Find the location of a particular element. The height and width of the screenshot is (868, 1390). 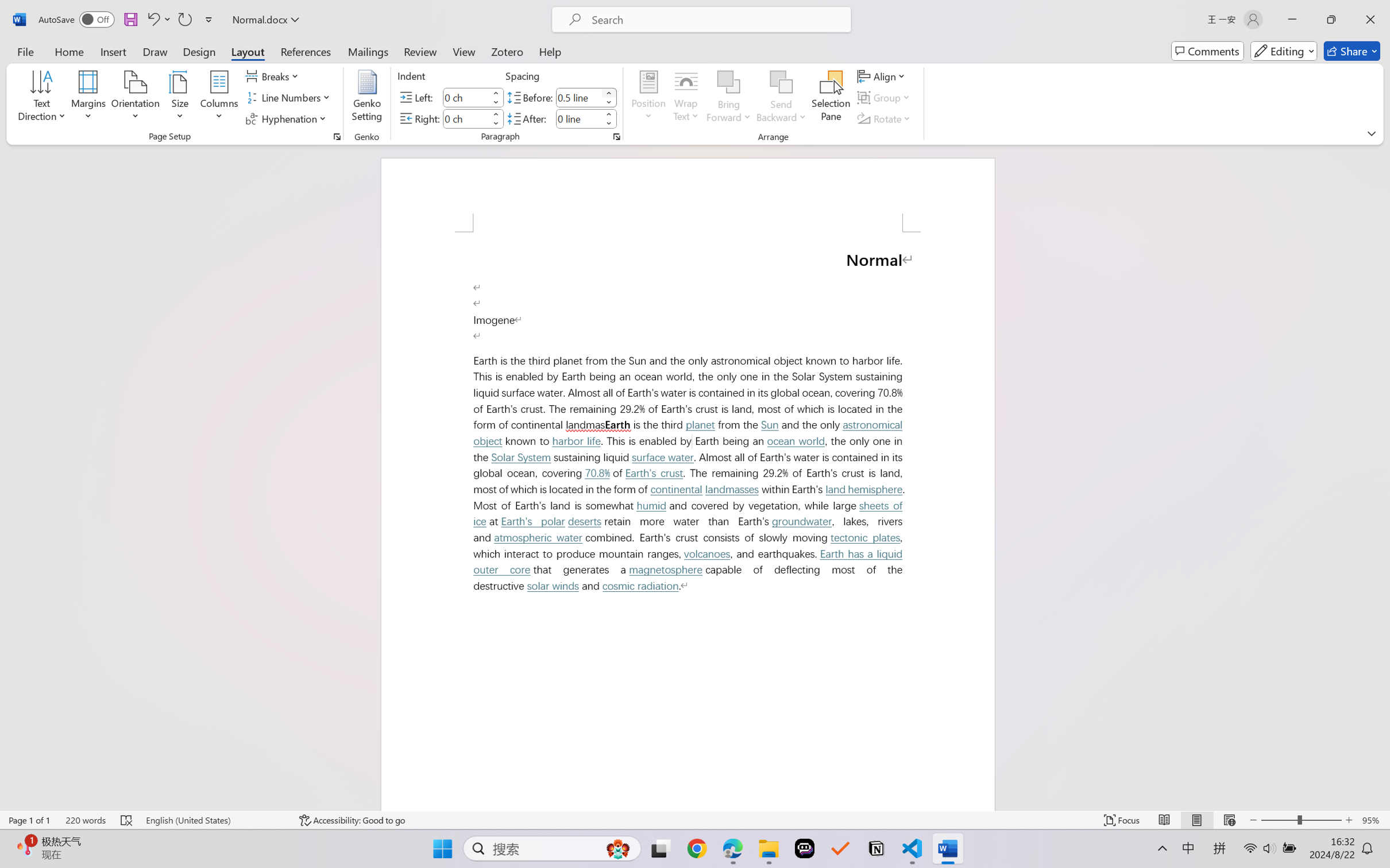

'Less' is located at coordinates (608, 123).